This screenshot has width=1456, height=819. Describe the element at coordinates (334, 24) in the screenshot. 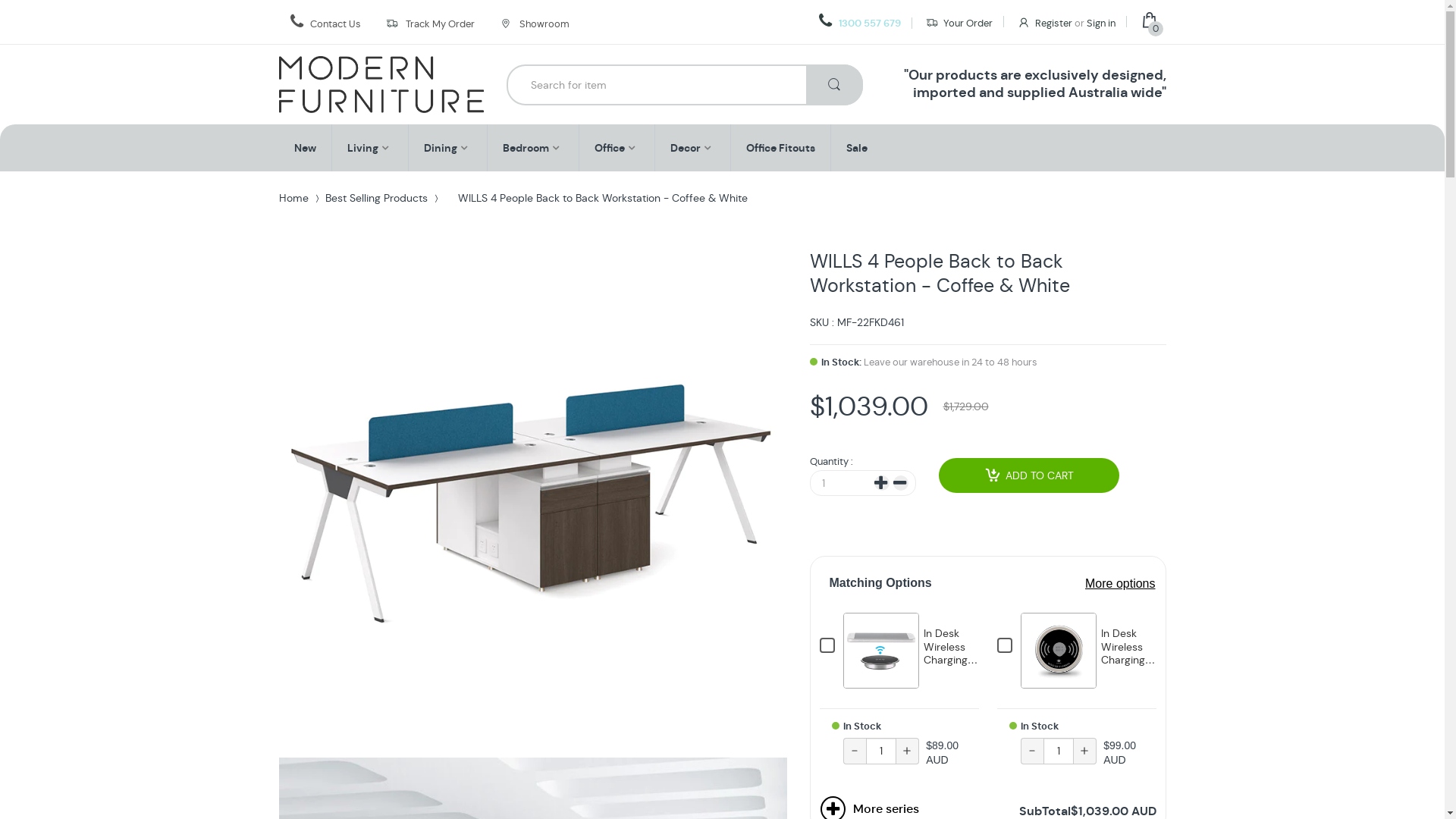

I see `'Contact Us'` at that location.